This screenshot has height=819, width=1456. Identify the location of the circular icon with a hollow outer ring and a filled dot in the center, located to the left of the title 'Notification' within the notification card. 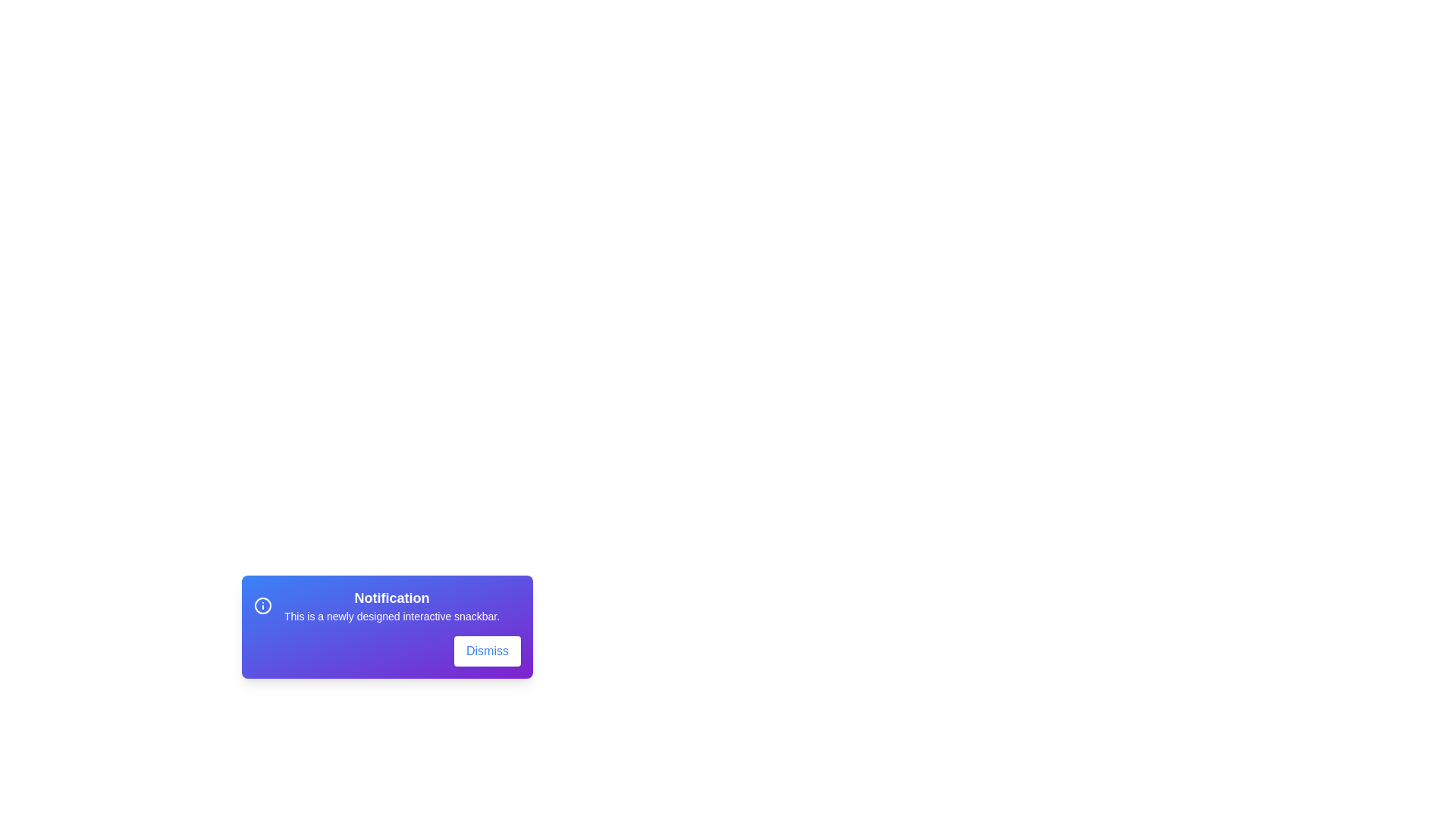
(262, 604).